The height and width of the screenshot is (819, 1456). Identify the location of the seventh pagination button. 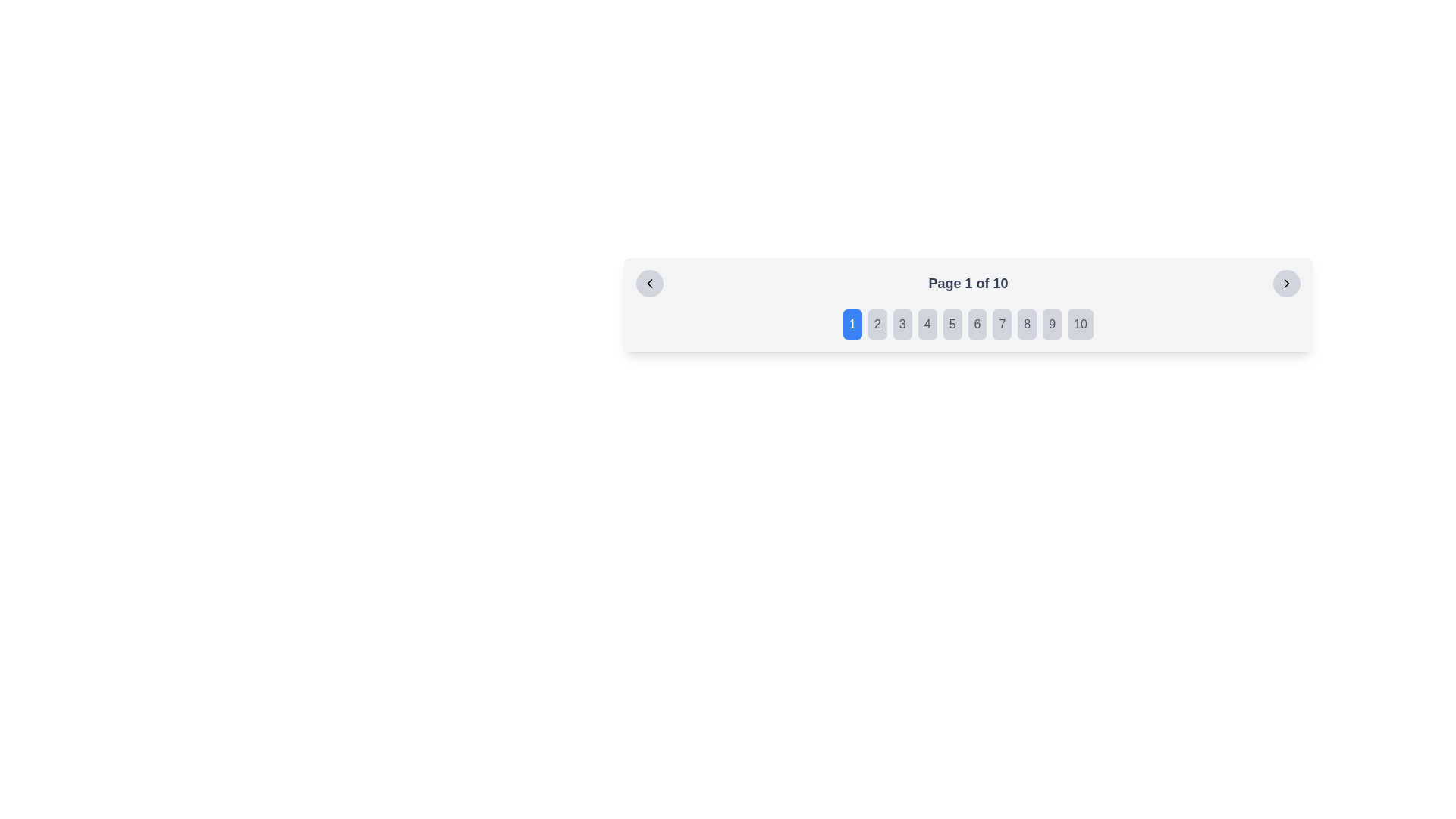
(1002, 324).